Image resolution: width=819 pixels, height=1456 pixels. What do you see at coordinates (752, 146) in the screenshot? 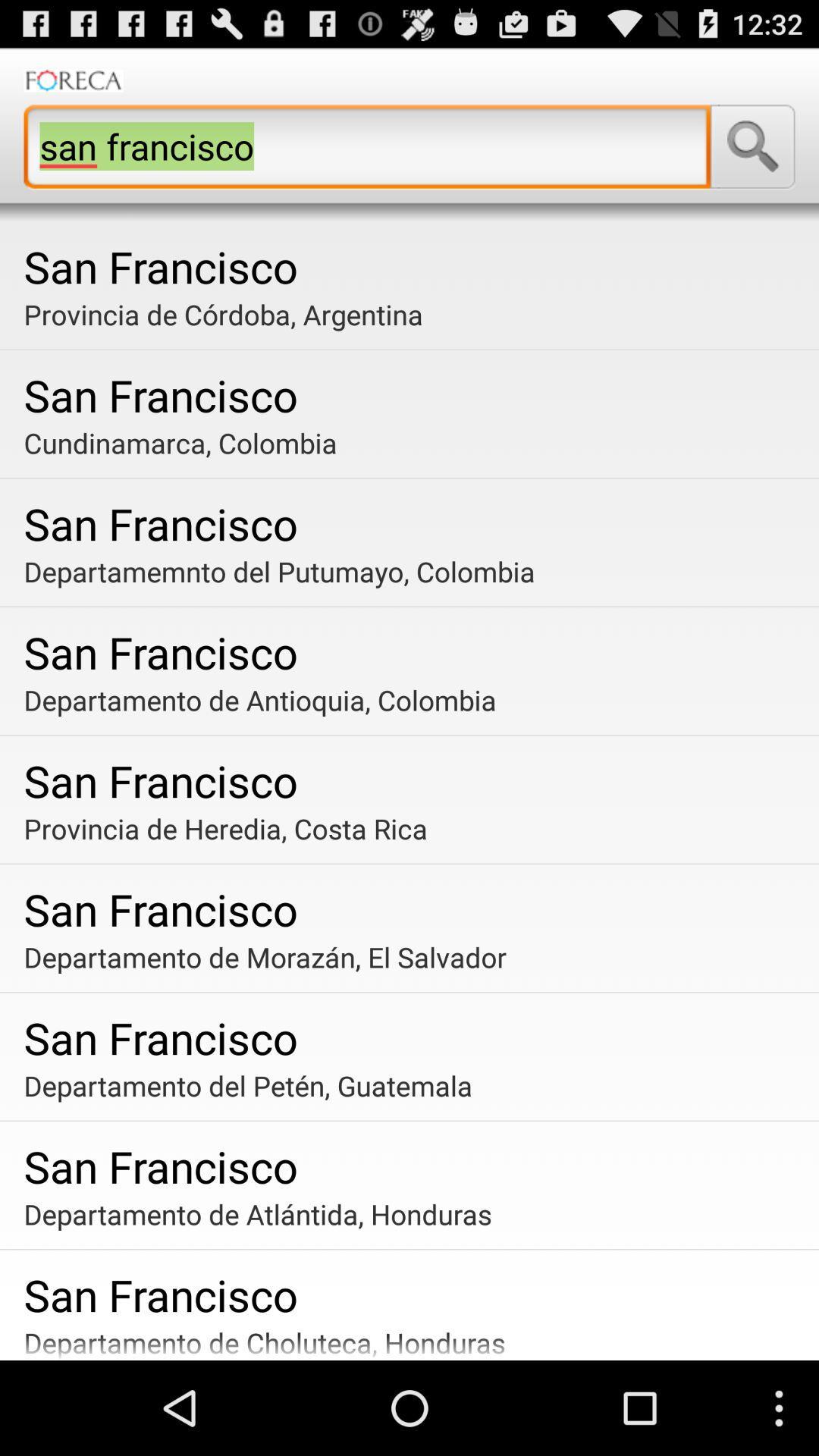
I see `the button at the top right corner` at bounding box center [752, 146].